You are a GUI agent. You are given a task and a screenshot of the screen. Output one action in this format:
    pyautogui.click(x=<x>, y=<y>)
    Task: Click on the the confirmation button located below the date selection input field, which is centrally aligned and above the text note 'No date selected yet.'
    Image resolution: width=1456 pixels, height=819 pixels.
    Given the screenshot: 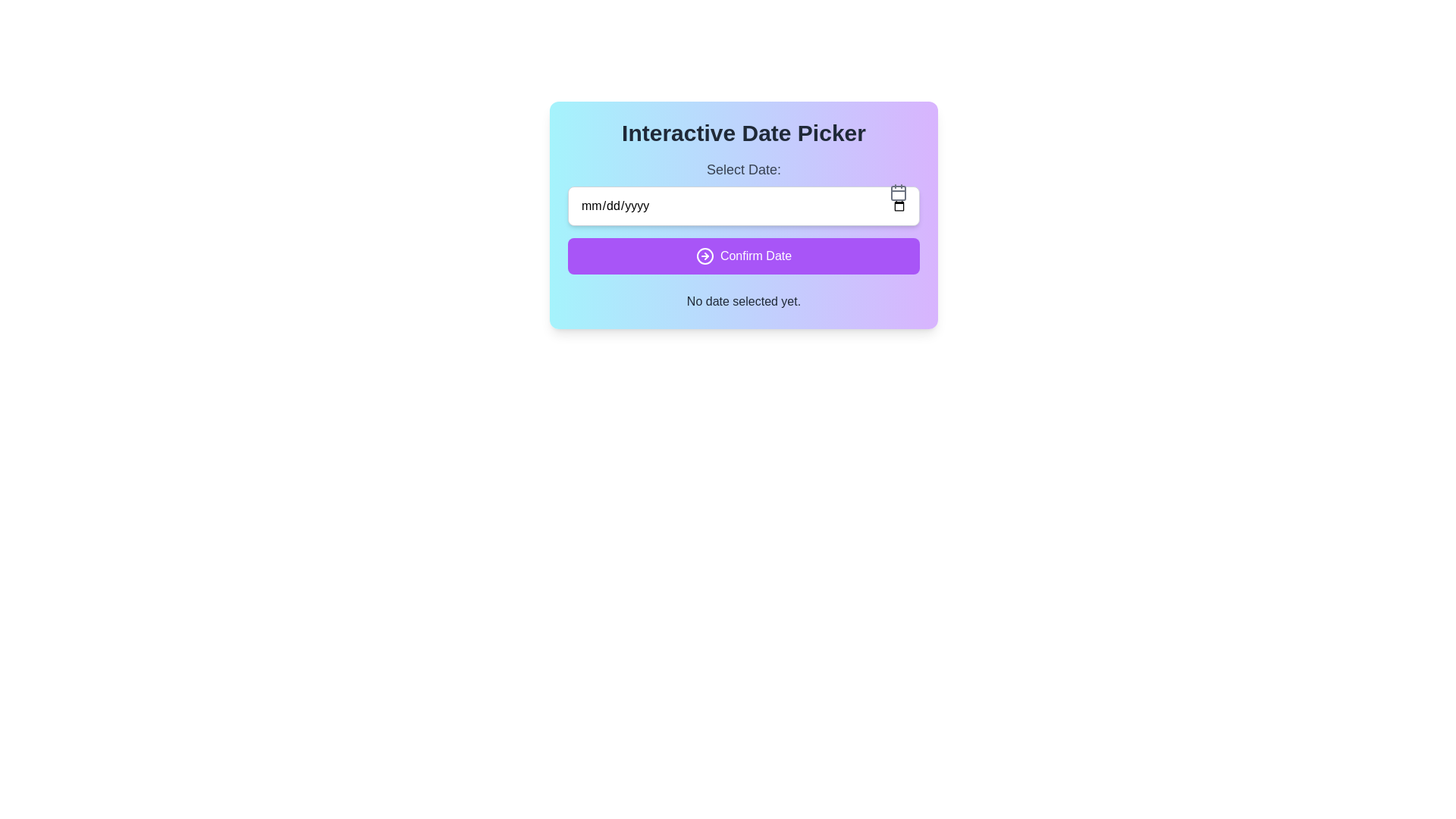 What is the action you would take?
    pyautogui.click(x=743, y=256)
    